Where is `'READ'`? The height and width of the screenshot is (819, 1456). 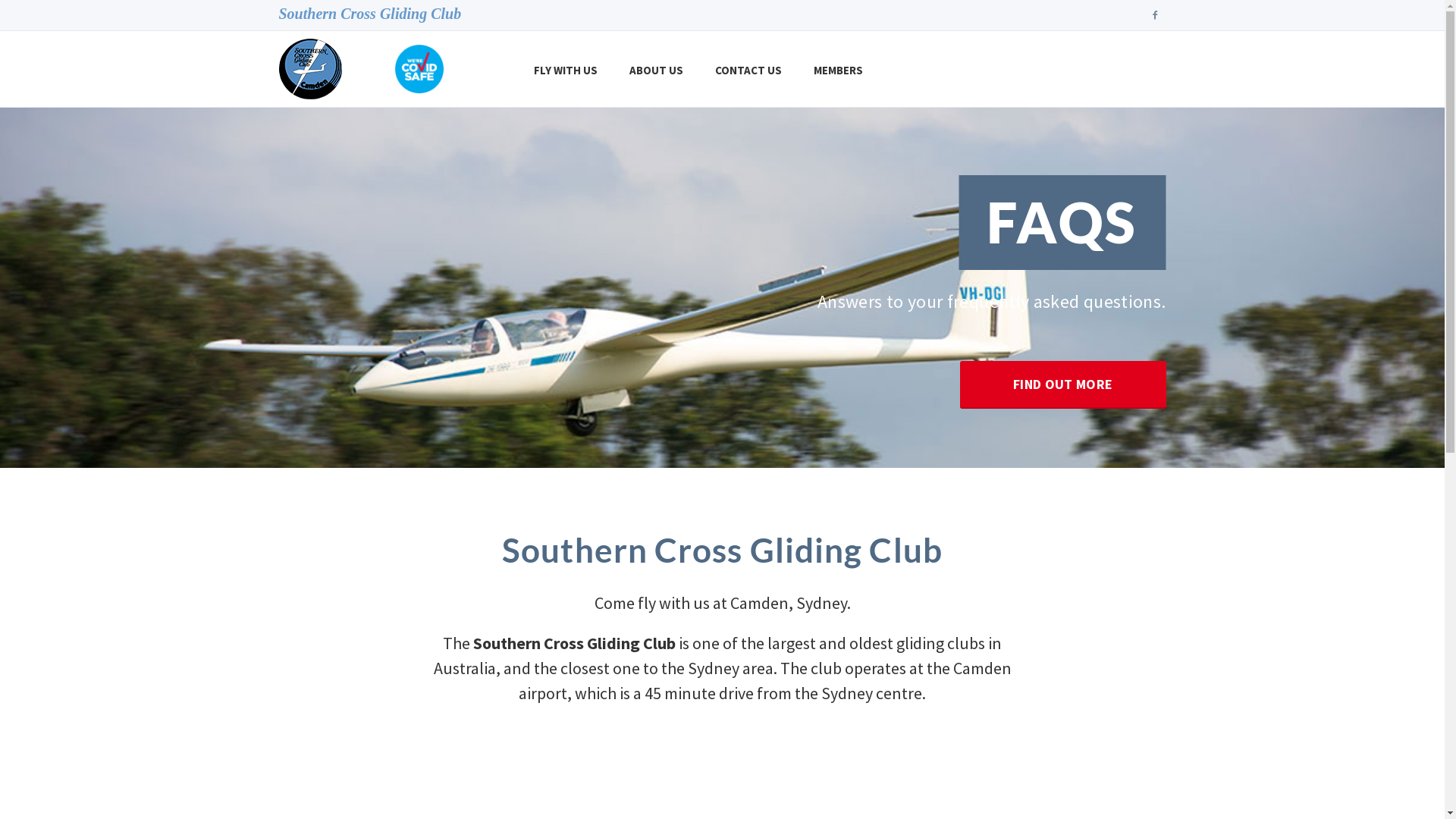 'READ' is located at coordinates (721, 350).